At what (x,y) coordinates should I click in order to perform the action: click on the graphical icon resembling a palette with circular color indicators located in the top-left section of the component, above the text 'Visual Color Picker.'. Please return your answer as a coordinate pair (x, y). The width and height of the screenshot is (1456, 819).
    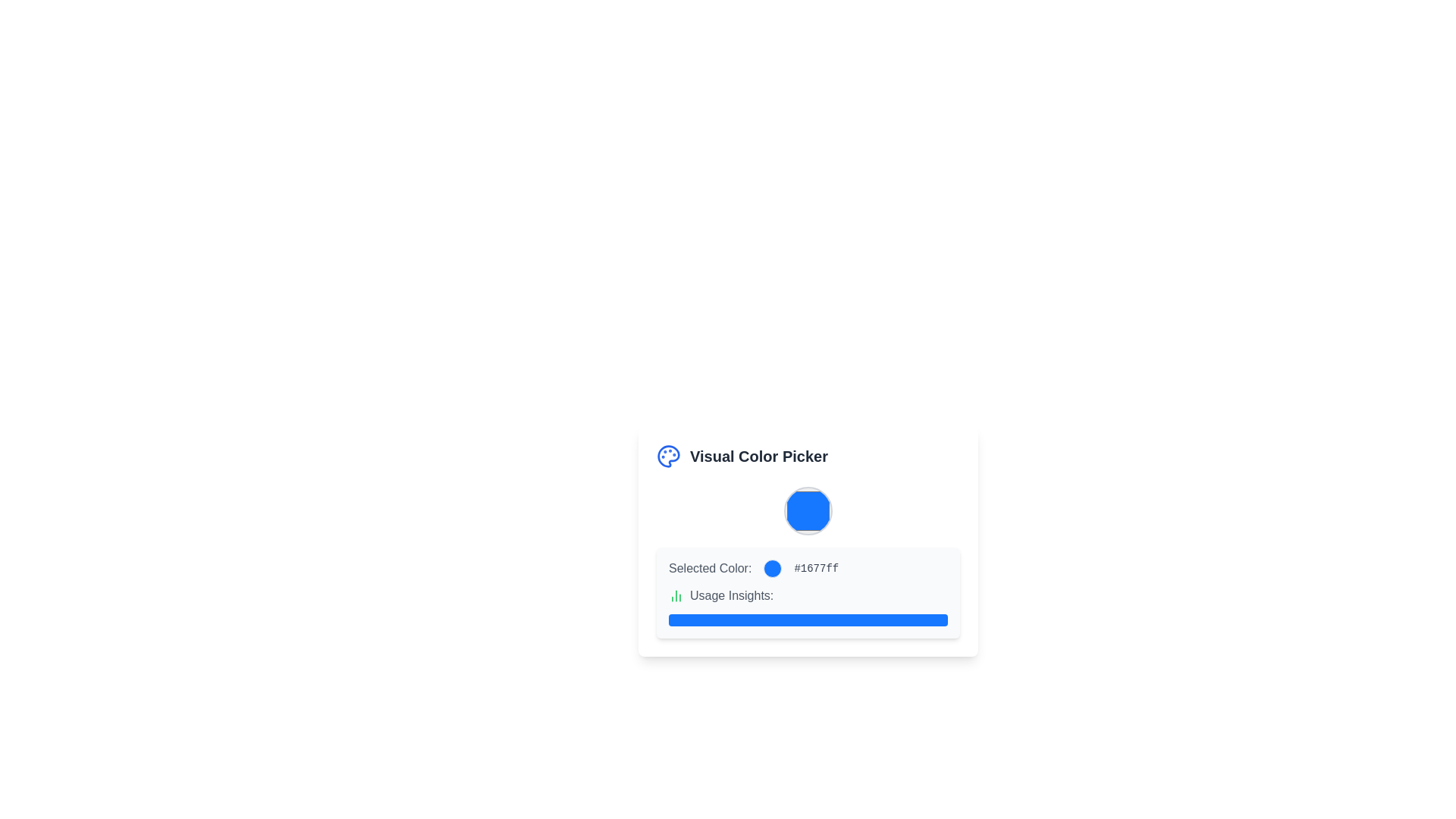
    Looking at the image, I should click on (668, 455).